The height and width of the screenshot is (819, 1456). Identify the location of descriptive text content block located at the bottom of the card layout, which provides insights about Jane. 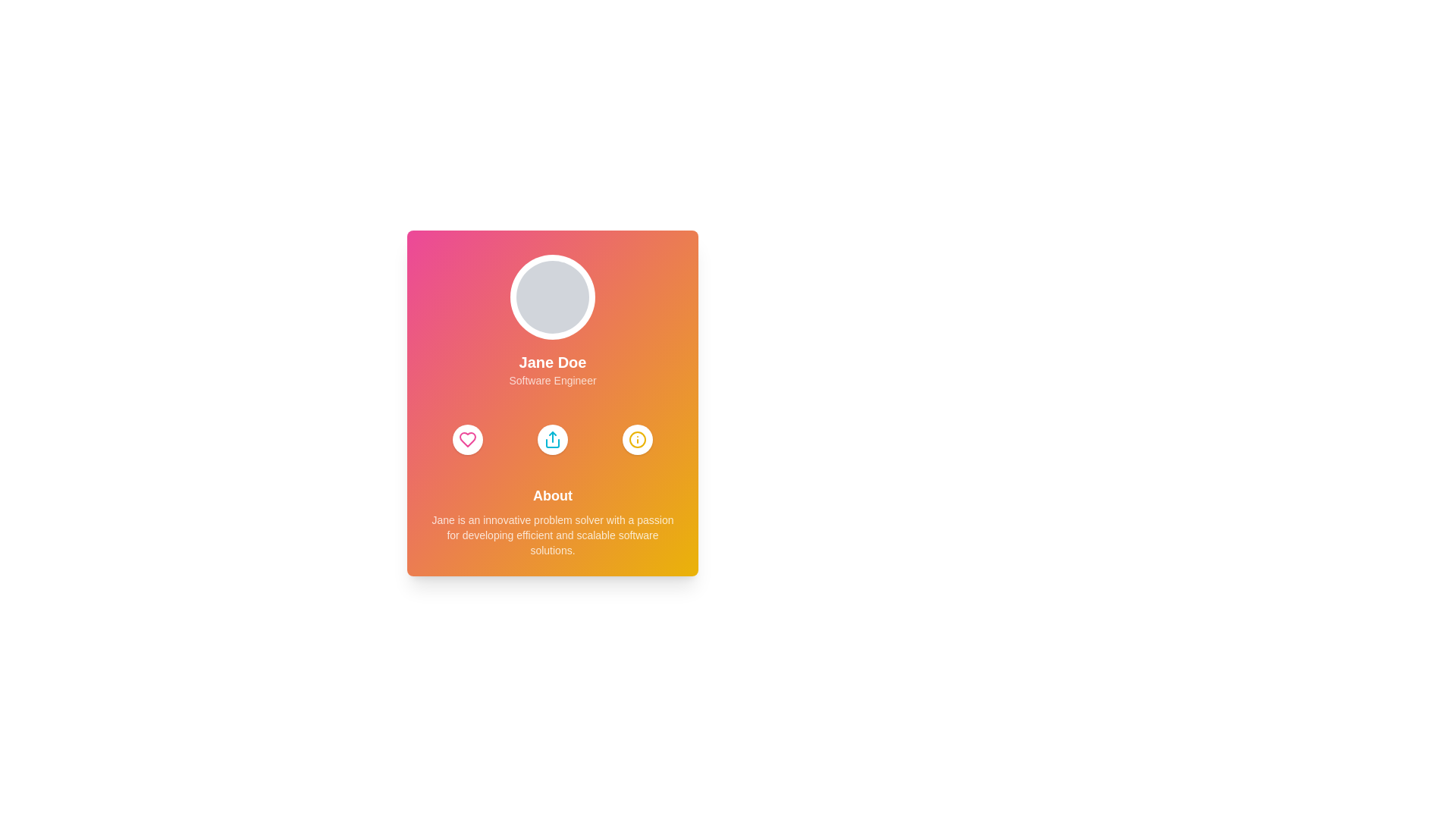
(552, 520).